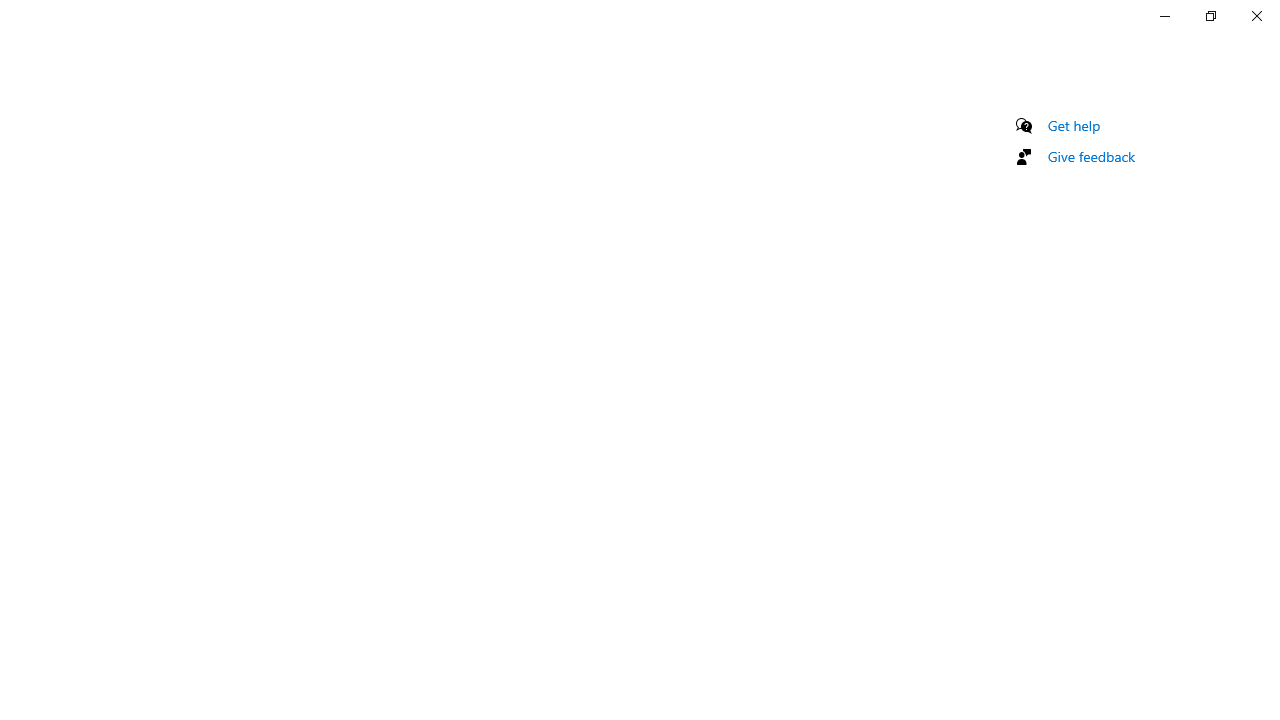 Image resolution: width=1280 pixels, height=720 pixels. I want to click on 'Close Settings', so click(1255, 15).